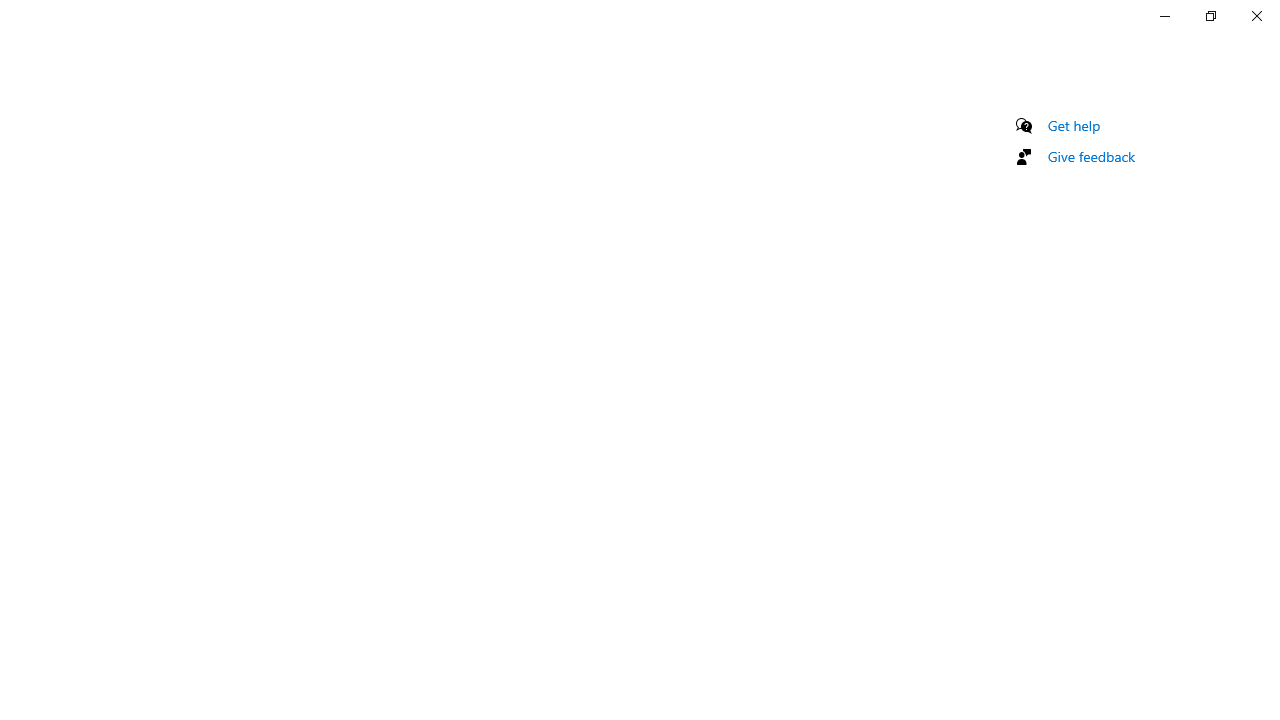 Image resolution: width=1280 pixels, height=720 pixels. I want to click on 'Close Settings', so click(1255, 15).